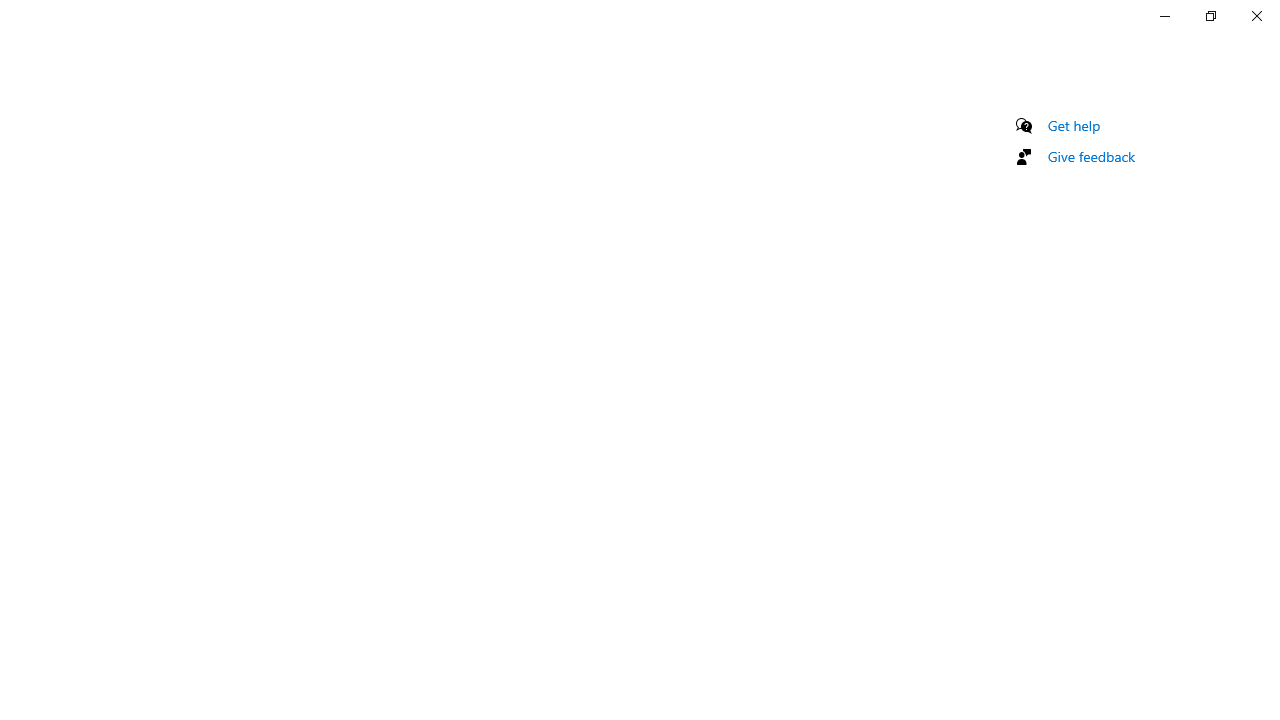 Image resolution: width=1280 pixels, height=720 pixels. I want to click on 'Close Settings', so click(1255, 15).